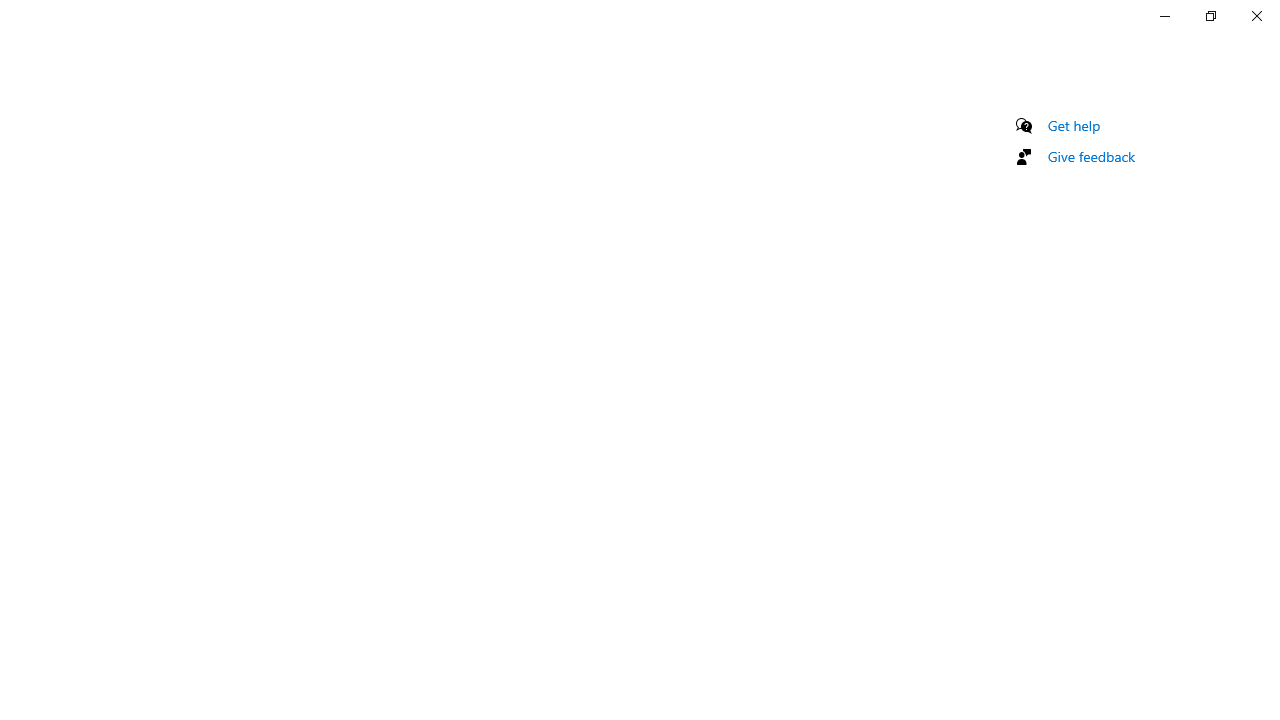 Image resolution: width=1280 pixels, height=720 pixels. I want to click on 'Close Settings', so click(1255, 15).